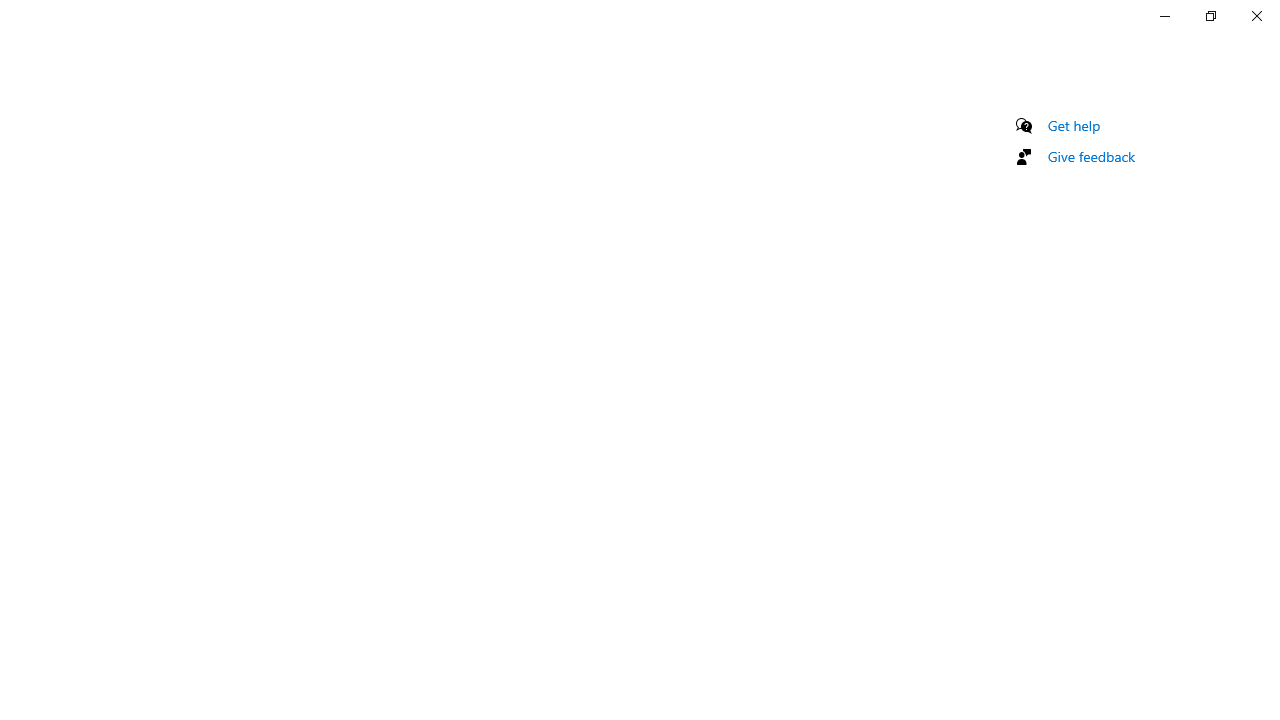 Image resolution: width=1280 pixels, height=720 pixels. I want to click on 'Close Settings', so click(1255, 15).